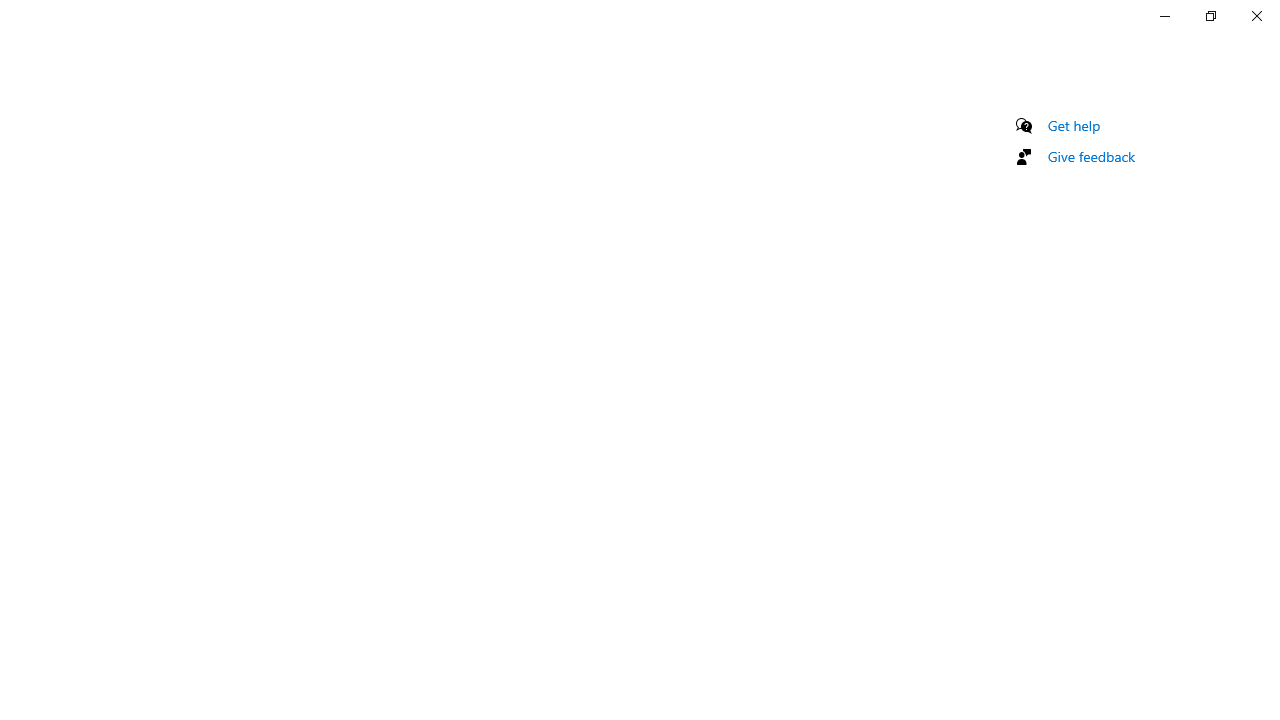 Image resolution: width=1280 pixels, height=720 pixels. I want to click on 'Close Settings', so click(1255, 15).